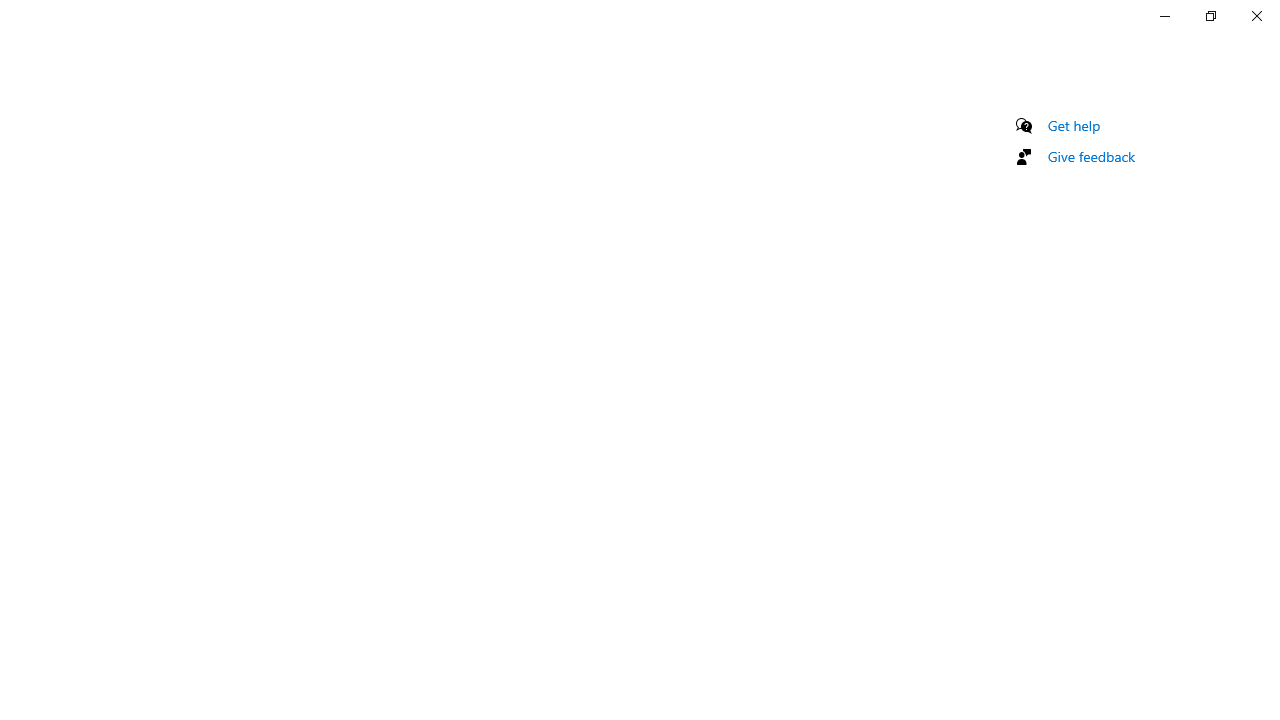 Image resolution: width=1280 pixels, height=720 pixels. I want to click on 'Close Settings', so click(1255, 15).